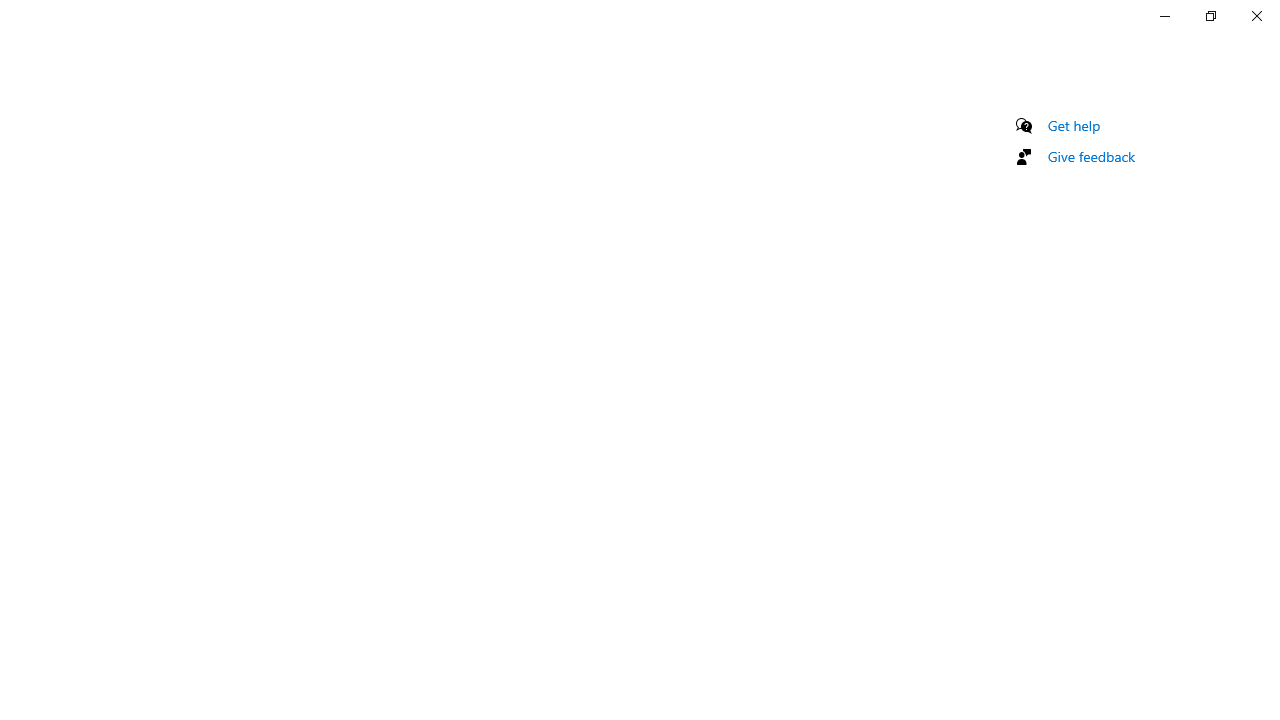 Image resolution: width=1280 pixels, height=720 pixels. I want to click on 'Close Settings', so click(1255, 15).